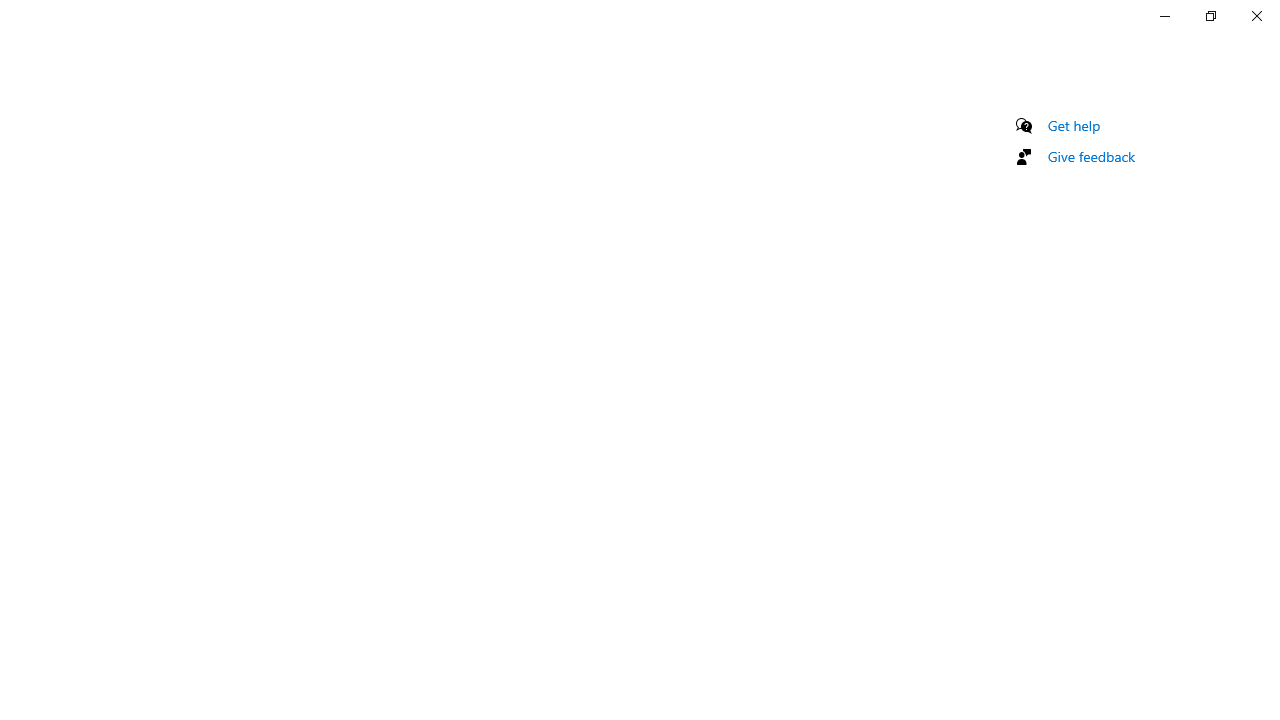 Image resolution: width=1280 pixels, height=720 pixels. I want to click on 'Close Settings', so click(1255, 15).